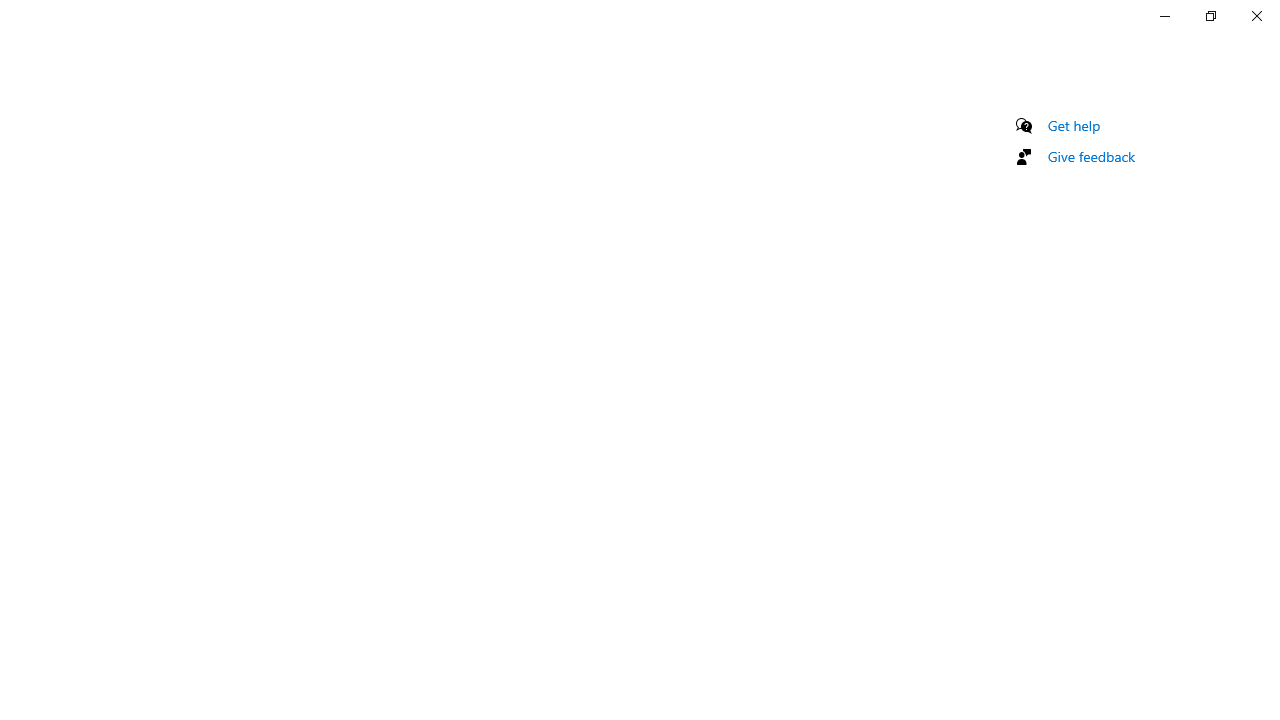 Image resolution: width=1280 pixels, height=720 pixels. I want to click on 'Close Settings', so click(1255, 15).